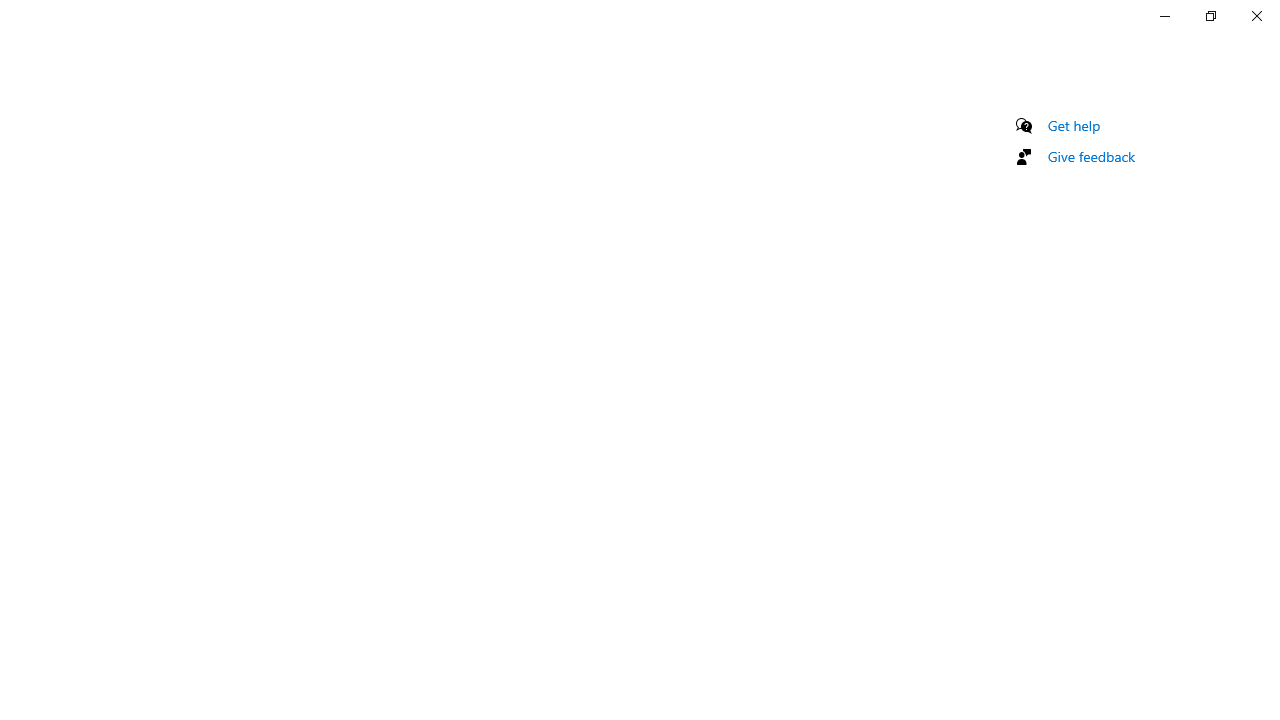 Image resolution: width=1280 pixels, height=720 pixels. I want to click on 'Close Settings', so click(1255, 15).